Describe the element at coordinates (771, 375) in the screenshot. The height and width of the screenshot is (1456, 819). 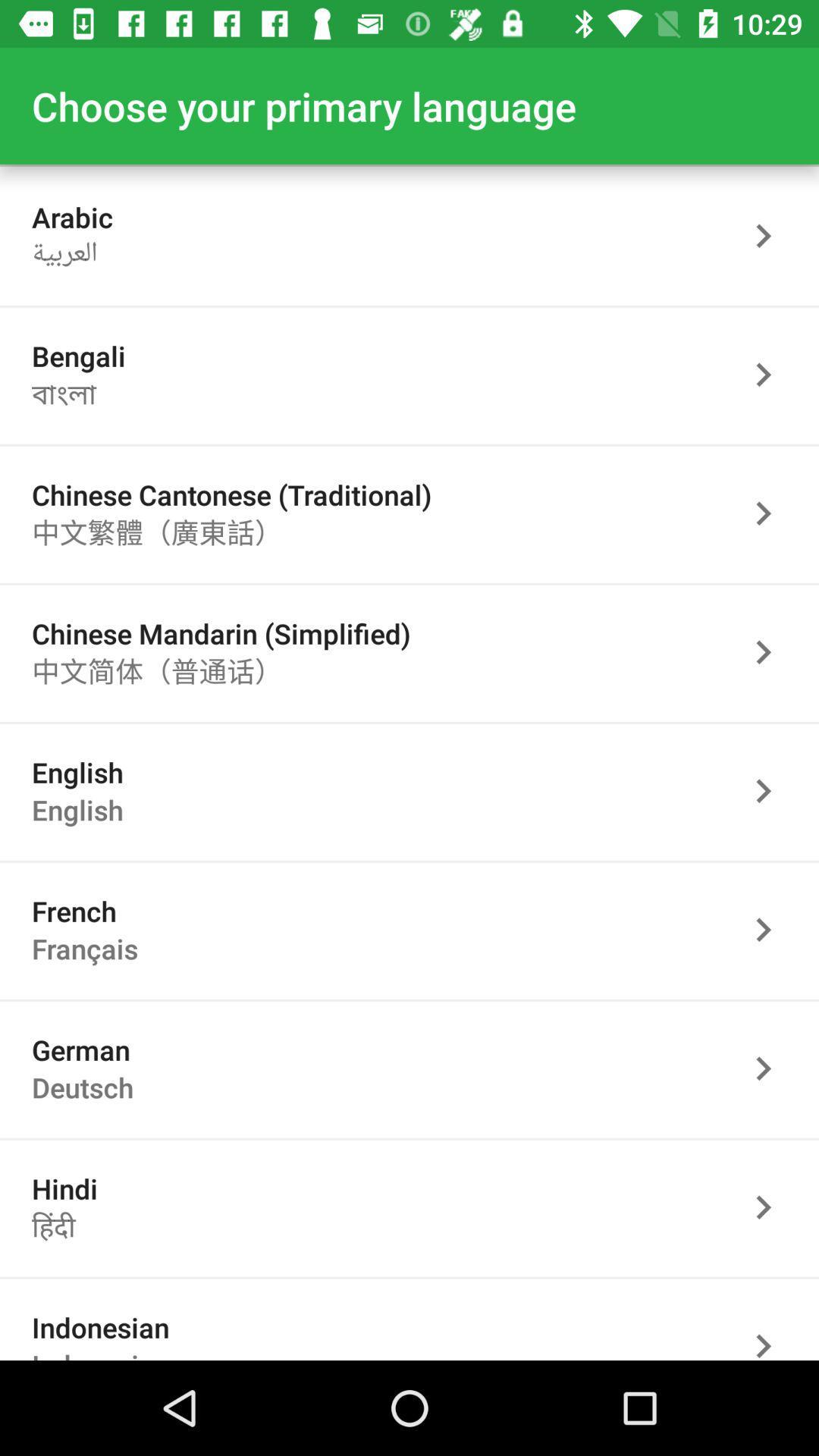
I see `go next` at that location.